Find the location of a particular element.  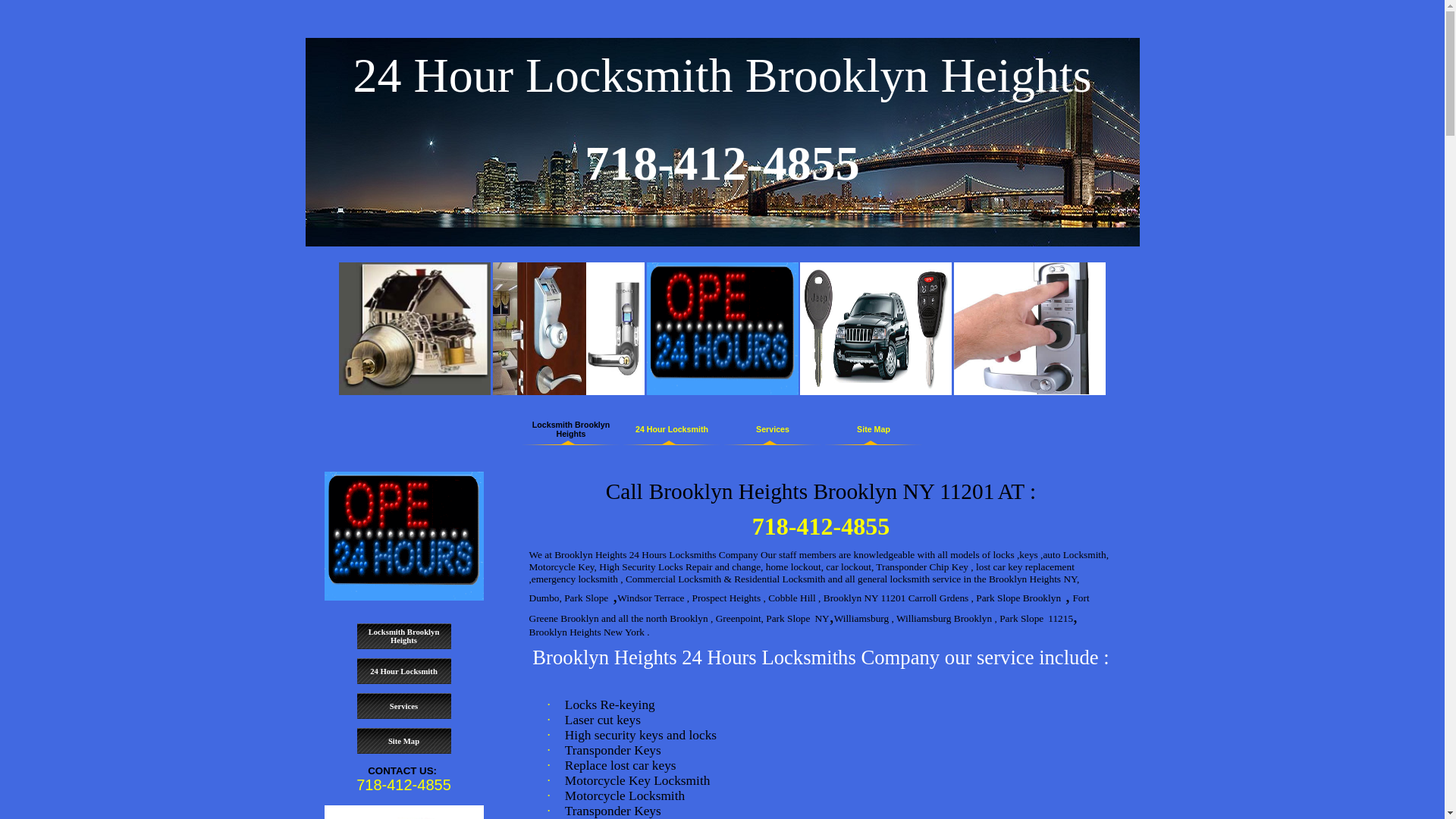

'24 Hour Locksmith' is located at coordinates (671, 429).